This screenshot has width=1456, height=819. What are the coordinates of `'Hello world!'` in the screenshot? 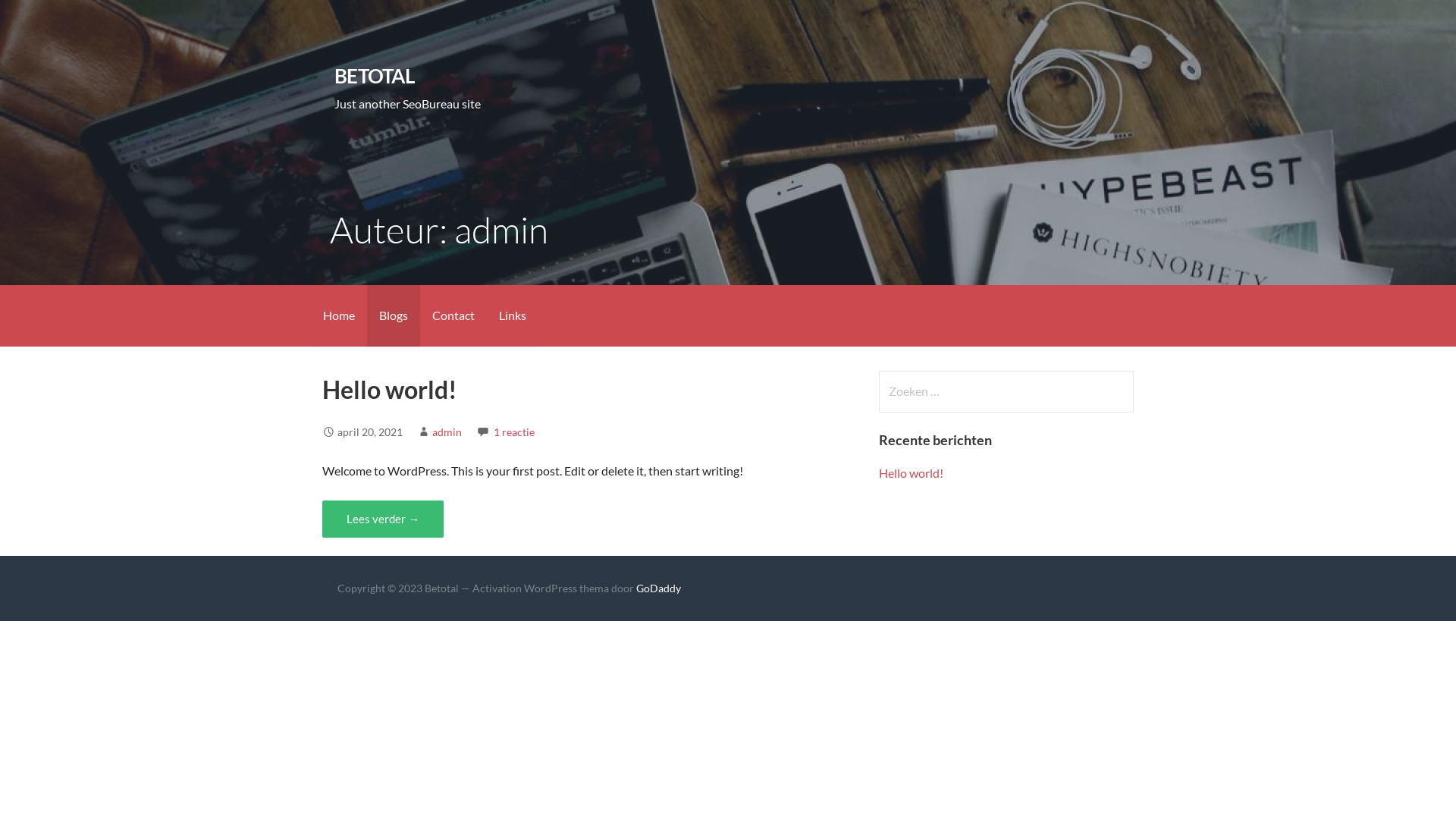 It's located at (389, 388).